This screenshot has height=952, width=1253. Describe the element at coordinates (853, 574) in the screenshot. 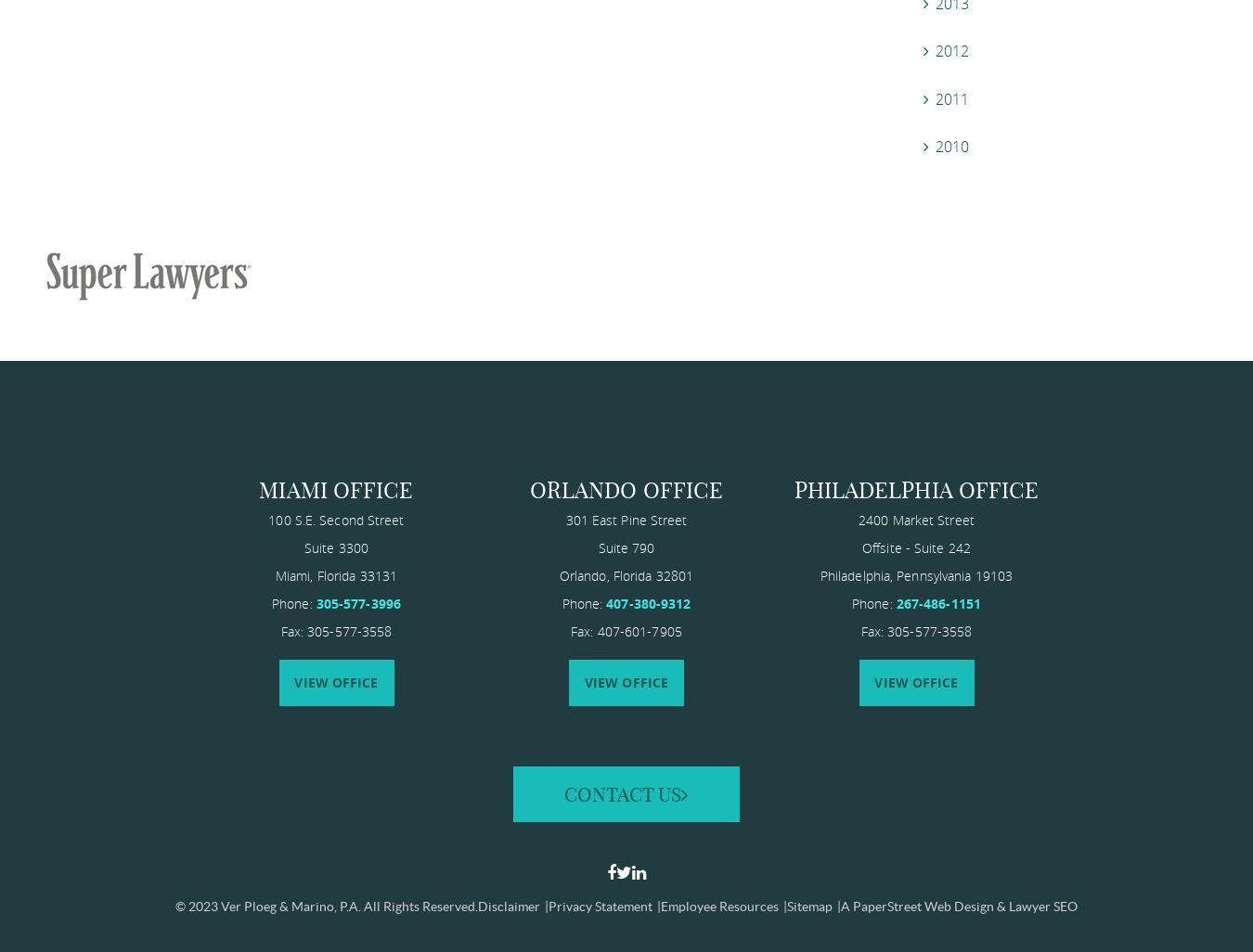

I see `'Philadelphia'` at that location.